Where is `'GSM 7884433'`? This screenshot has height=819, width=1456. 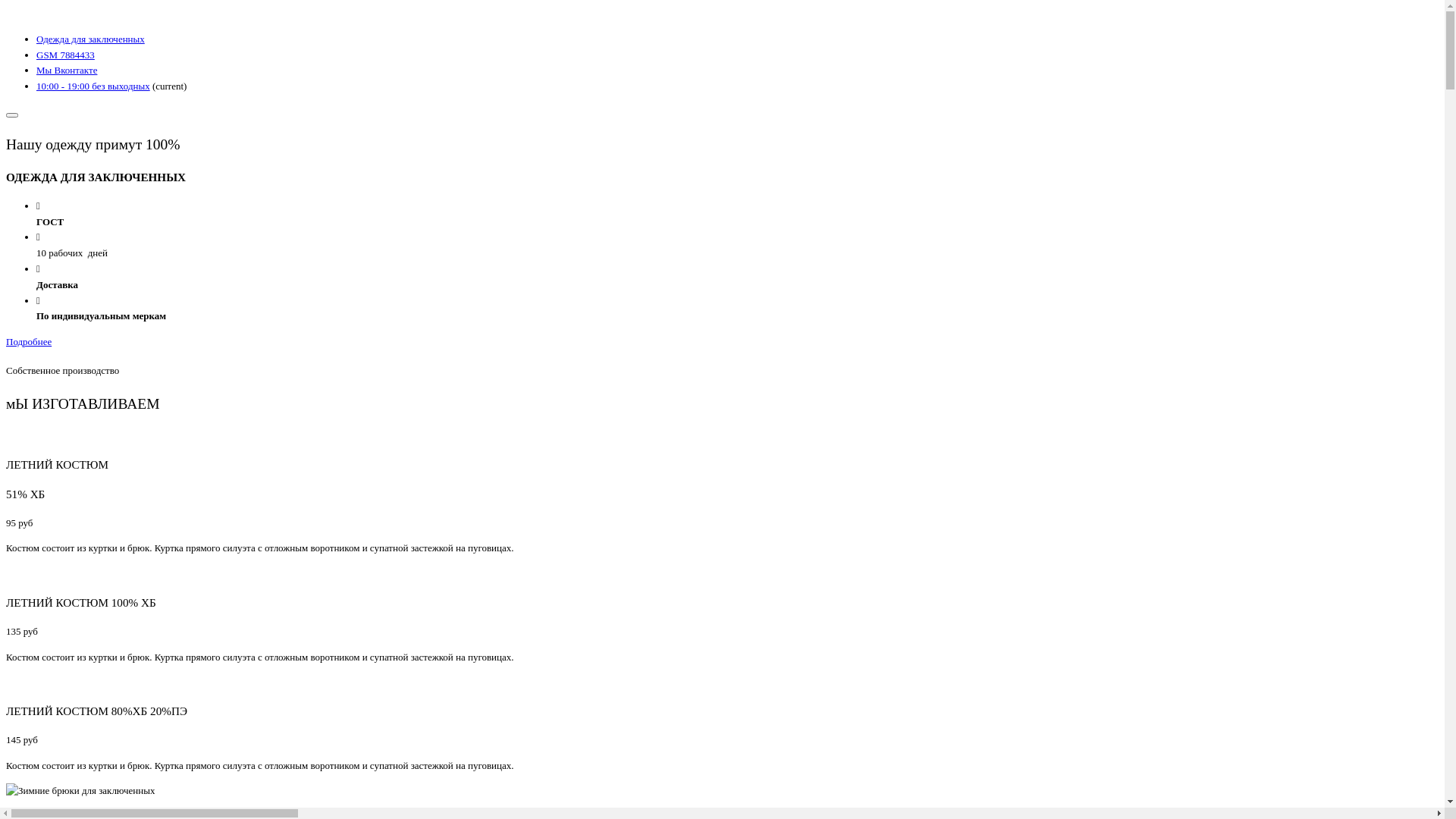
'GSM 7884433' is located at coordinates (36, 54).